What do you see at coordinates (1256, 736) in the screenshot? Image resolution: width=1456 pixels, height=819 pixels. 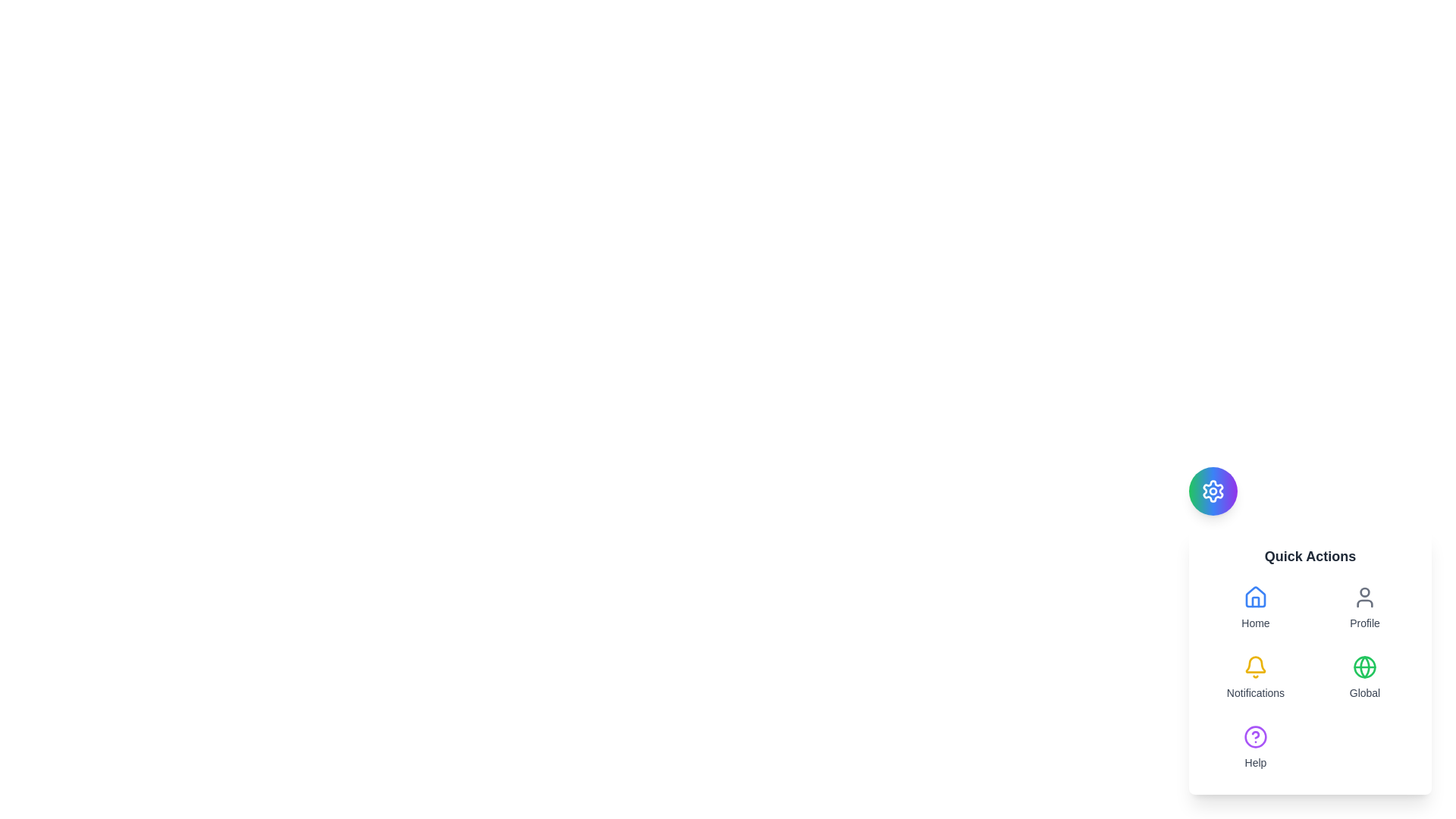 I see `the decorative help icon located at the bottom-right corner of the floating menu` at bounding box center [1256, 736].